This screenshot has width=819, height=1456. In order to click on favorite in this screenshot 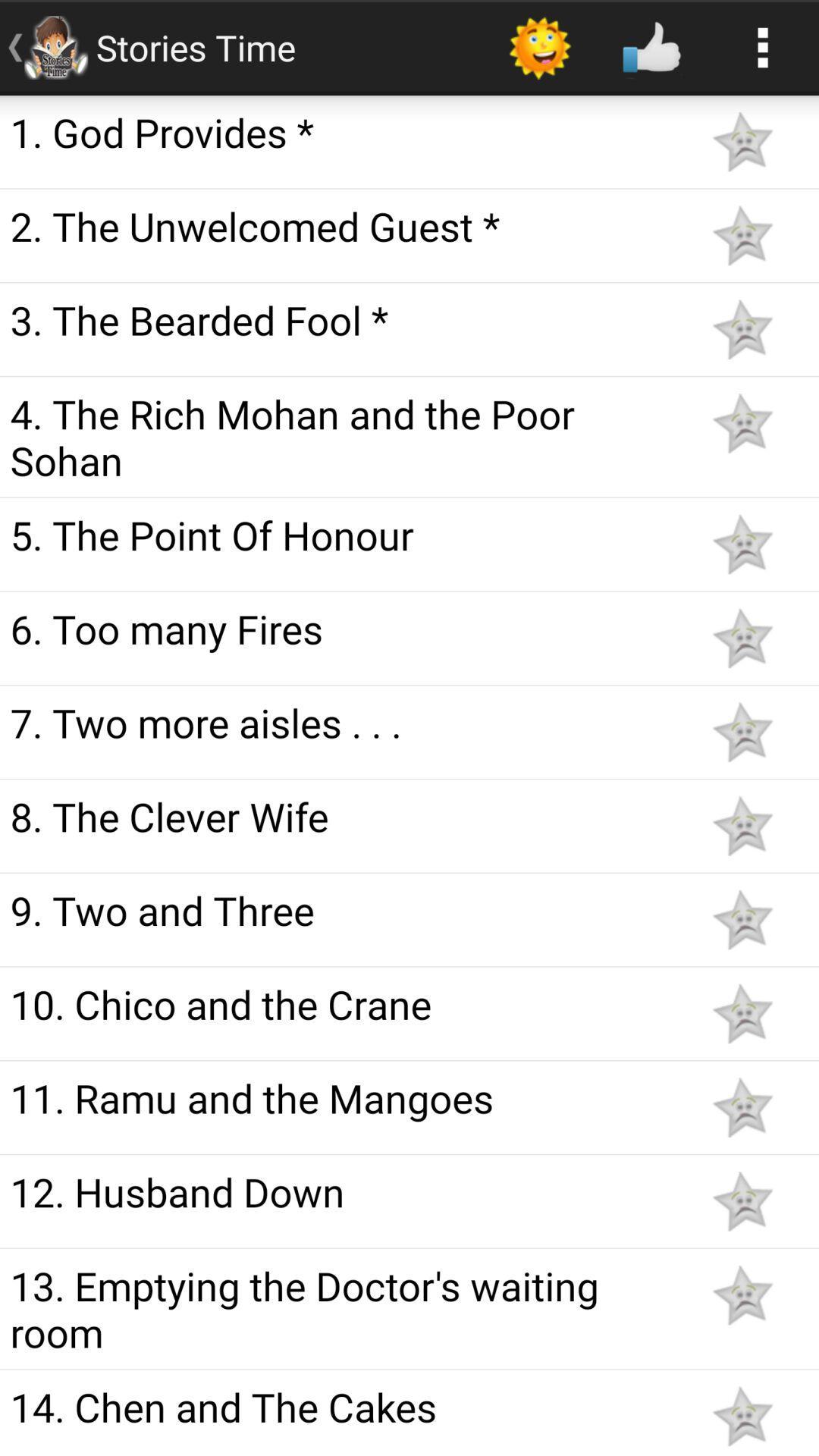, I will do `click(742, 732)`.